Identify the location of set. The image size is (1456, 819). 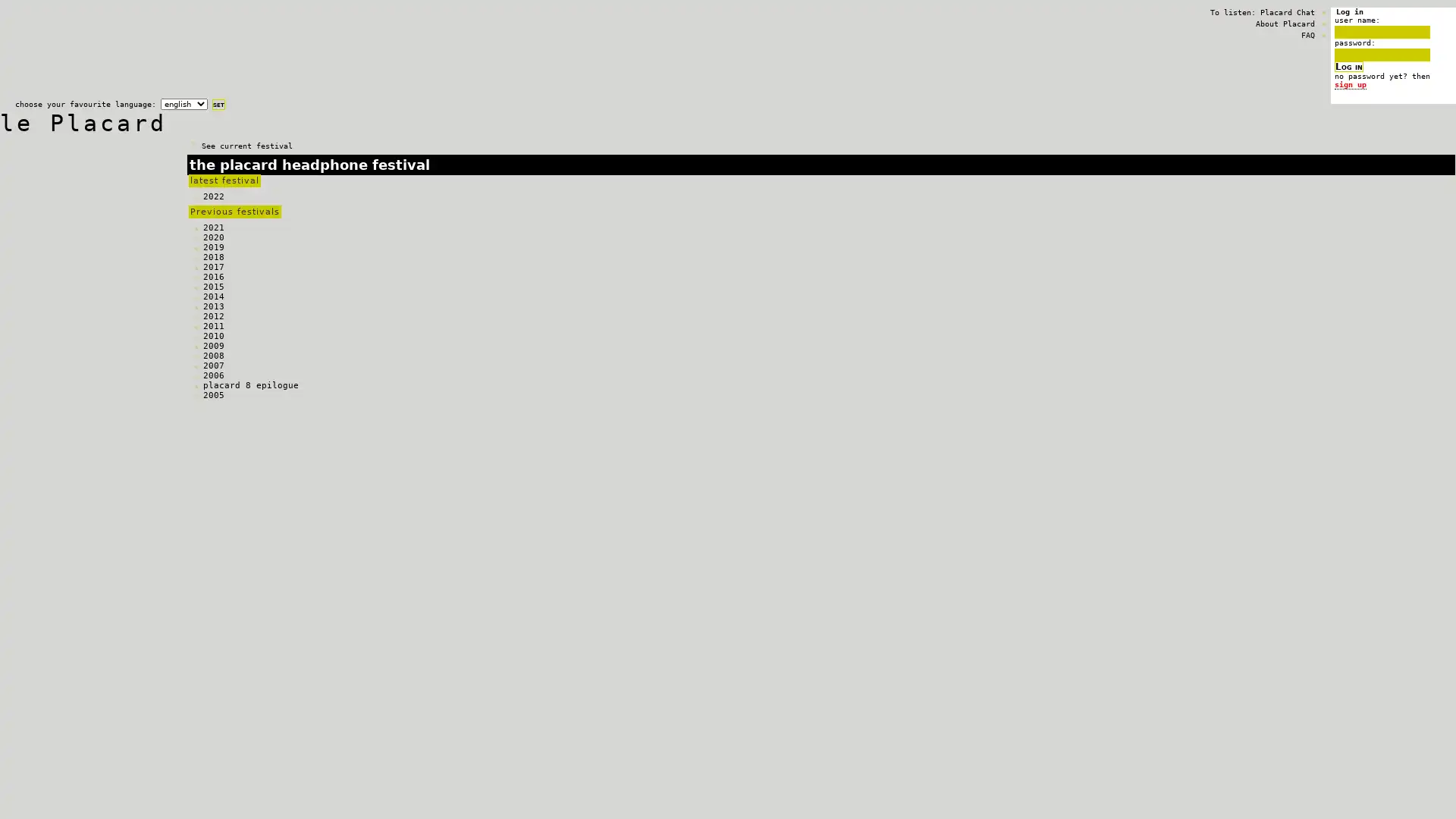
(218, 104).